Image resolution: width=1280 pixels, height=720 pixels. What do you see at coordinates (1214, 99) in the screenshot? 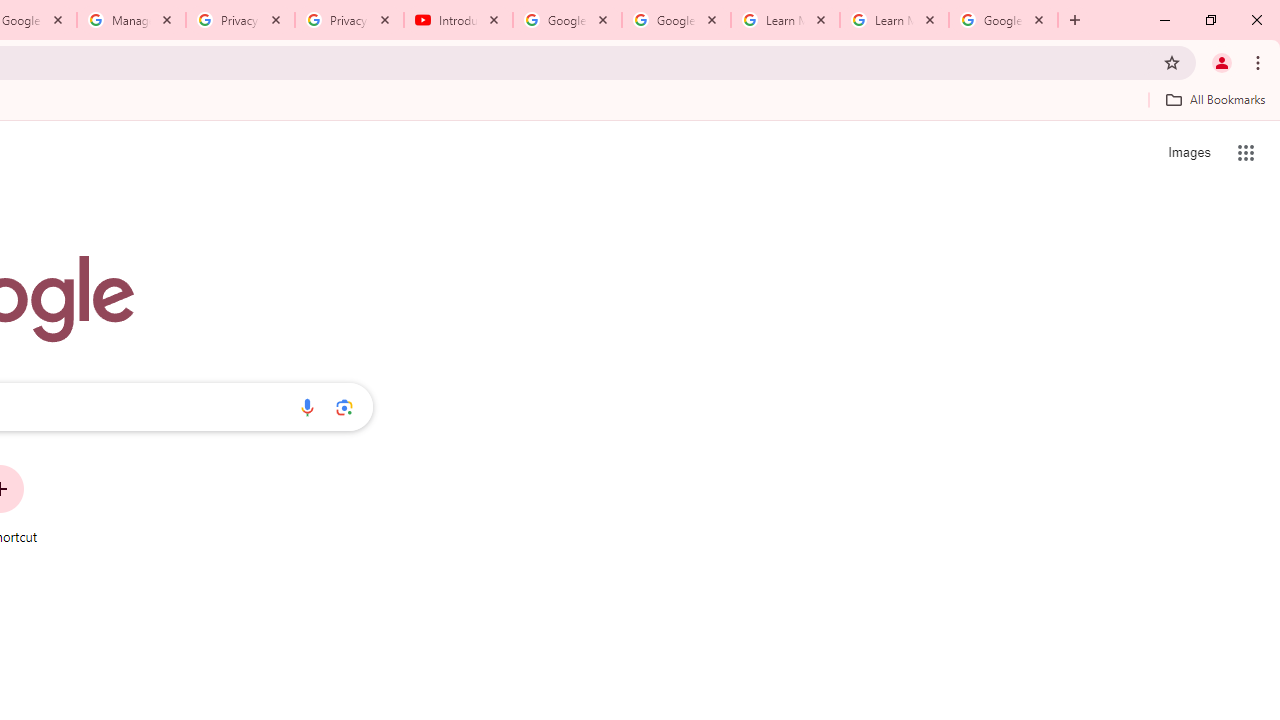
I see `'All Bookmarks'` at bounding box center [1214, 99].